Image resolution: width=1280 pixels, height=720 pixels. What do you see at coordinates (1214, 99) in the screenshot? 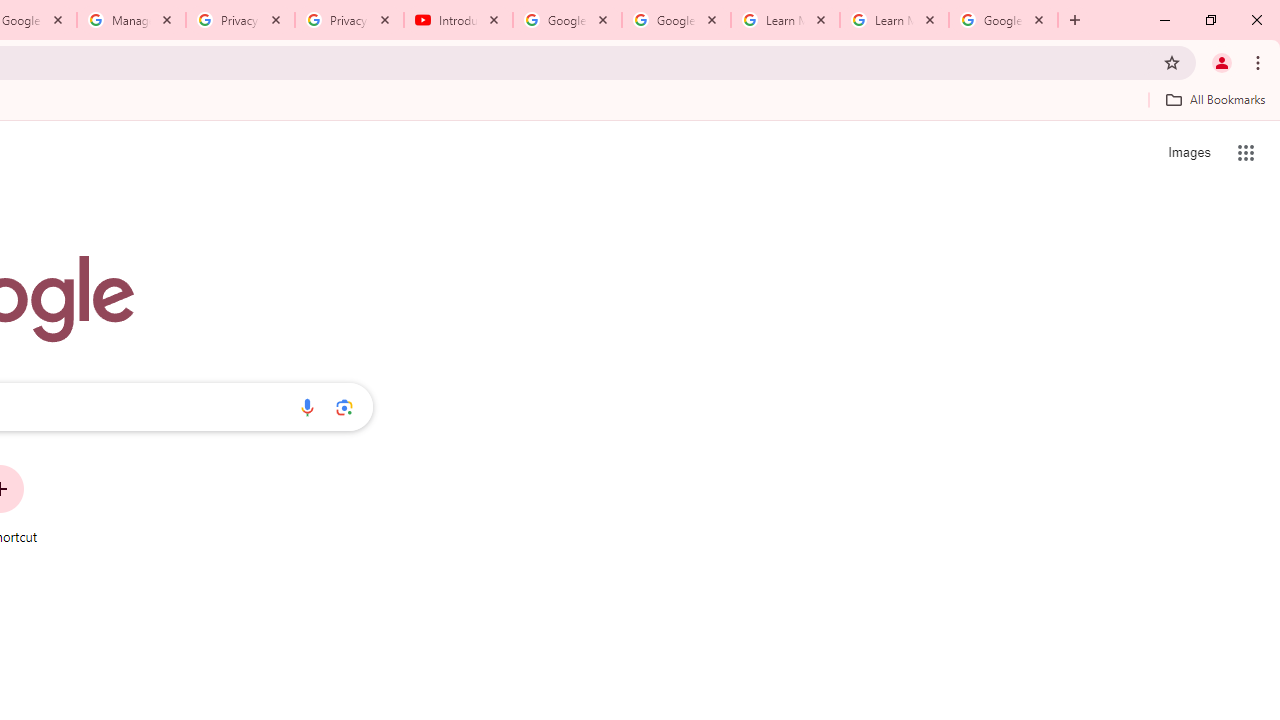
I see `'All Bookmarks'` at bounding box center [1214, 99].